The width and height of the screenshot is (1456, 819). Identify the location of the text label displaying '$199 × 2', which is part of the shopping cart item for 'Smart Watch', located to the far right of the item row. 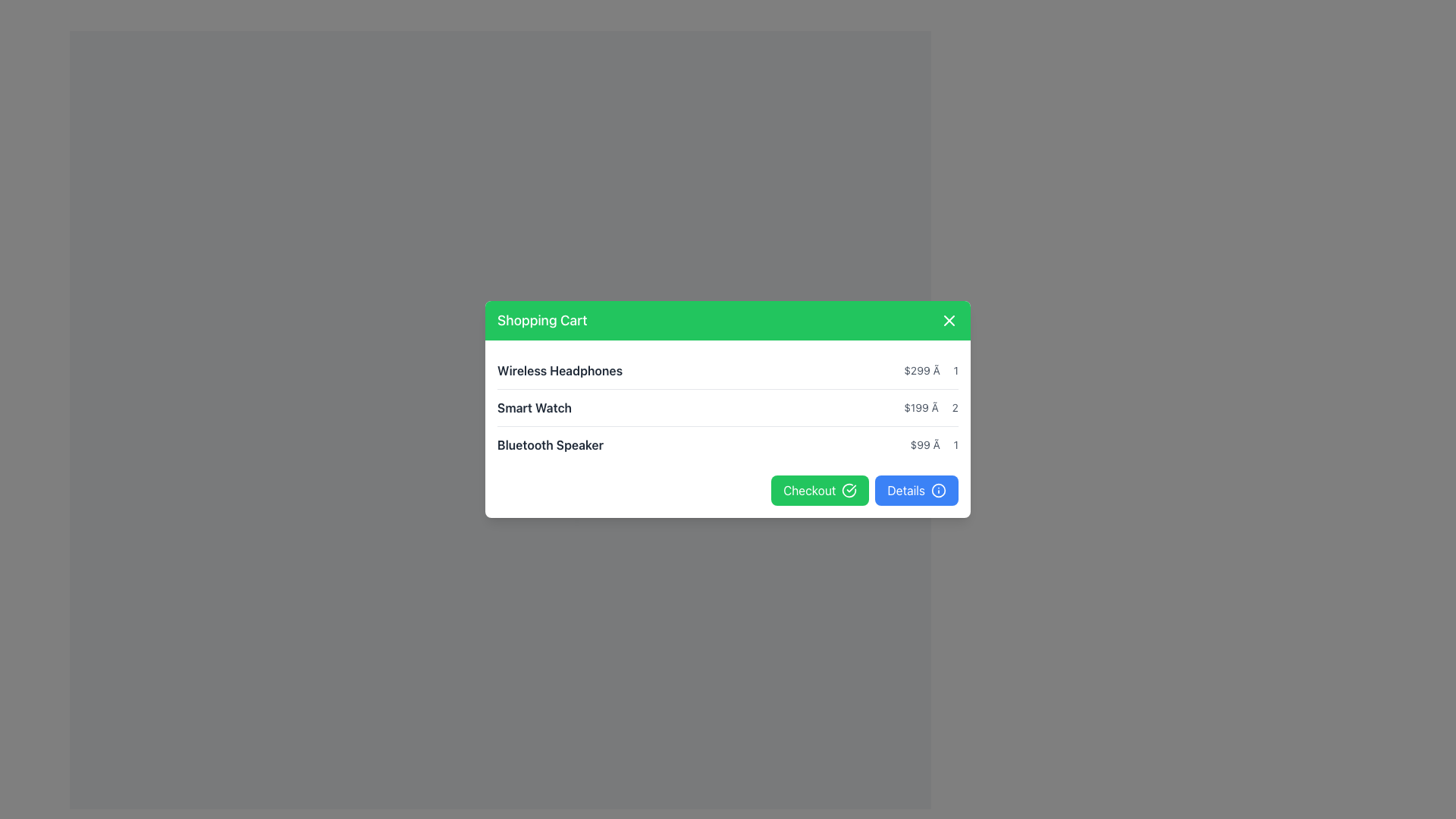
(930, 406).